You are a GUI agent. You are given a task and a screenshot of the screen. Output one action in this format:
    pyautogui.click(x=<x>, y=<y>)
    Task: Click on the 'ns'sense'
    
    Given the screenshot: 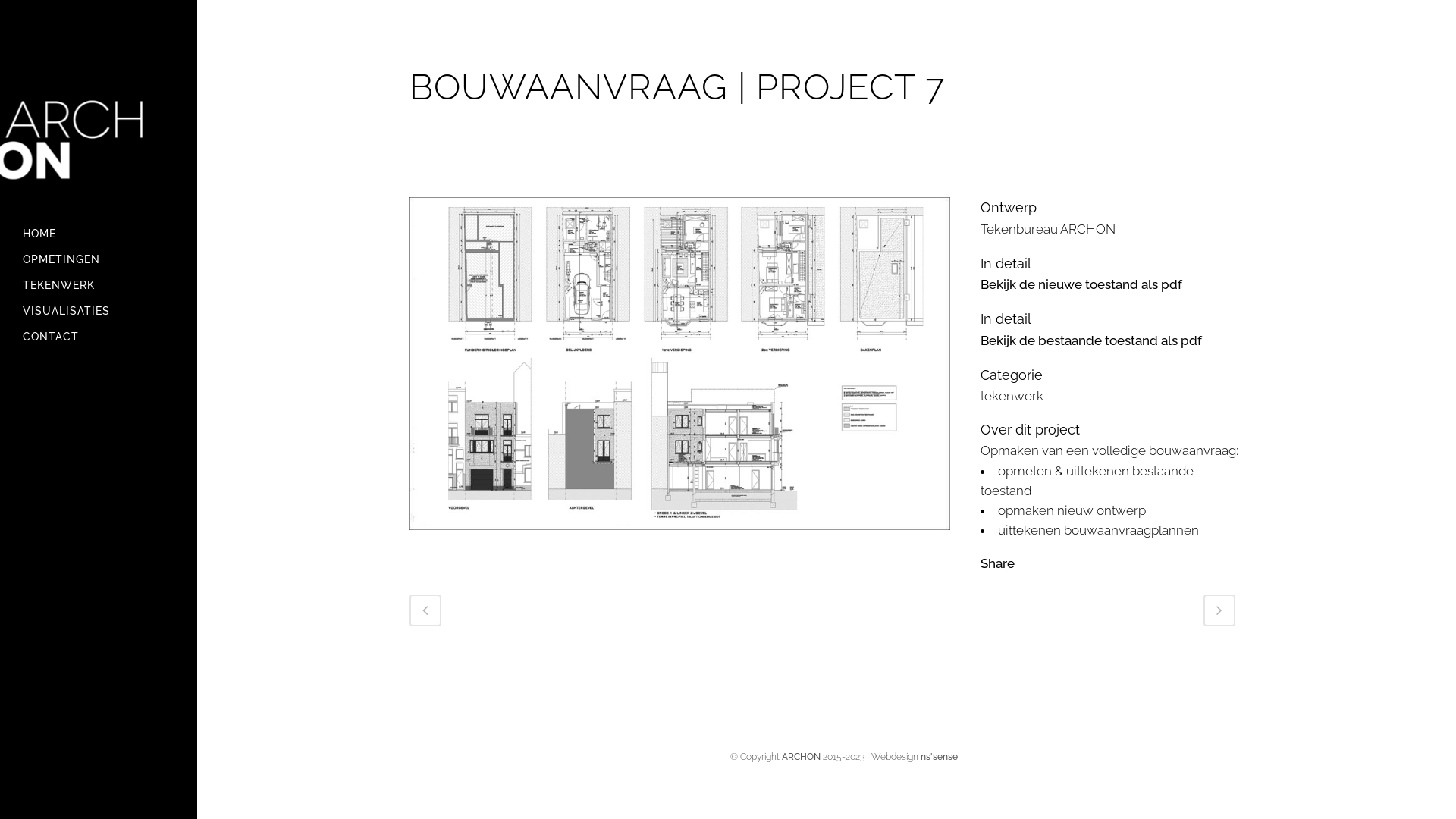 What is the action you would take?
    pyautogui.click(x=938, y=757)
    